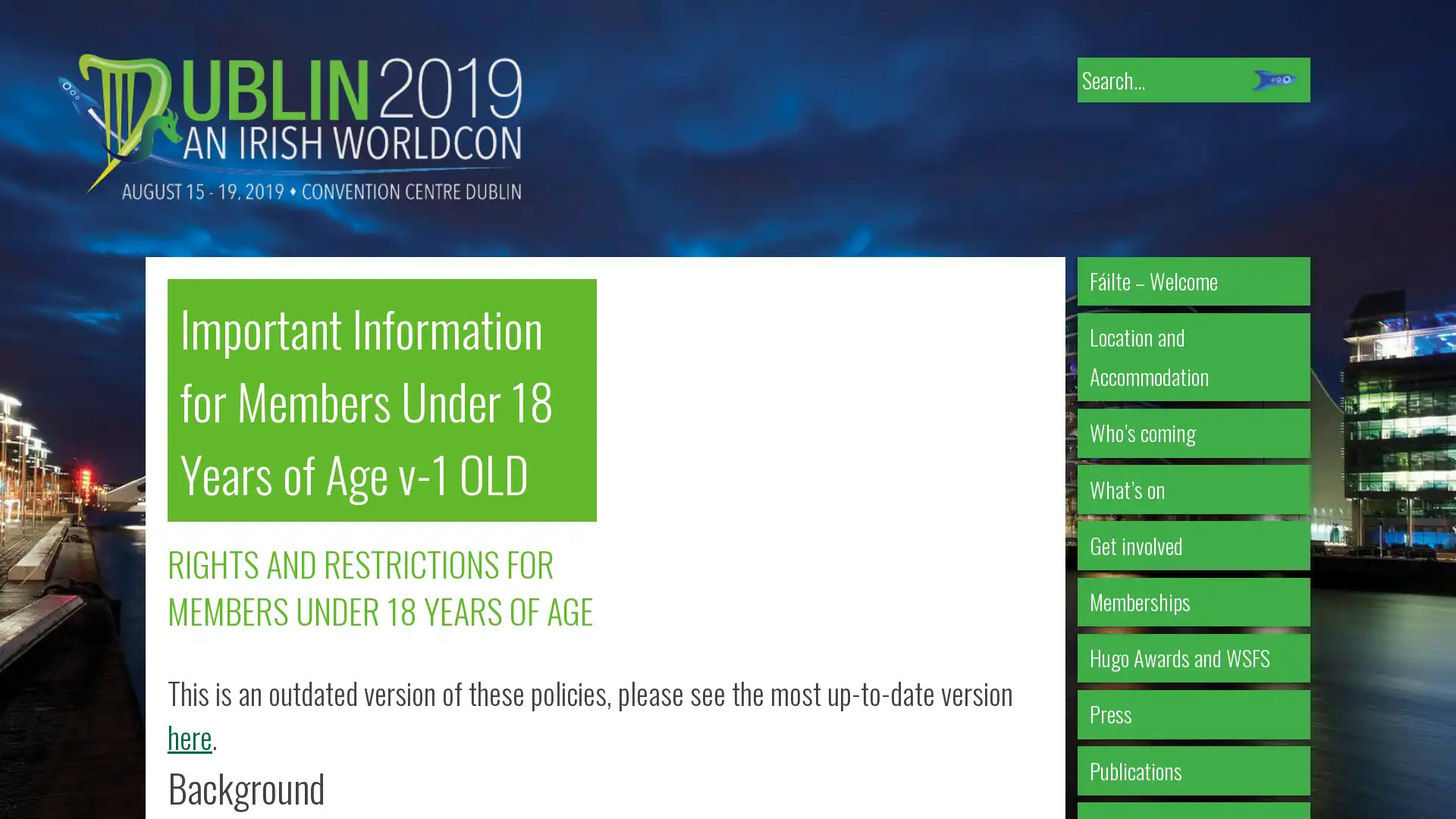 This screenshot has height=819, width=1456. Describe the element at coordinates (1274, 80) in the screenshot. I see `Submit` at that location.